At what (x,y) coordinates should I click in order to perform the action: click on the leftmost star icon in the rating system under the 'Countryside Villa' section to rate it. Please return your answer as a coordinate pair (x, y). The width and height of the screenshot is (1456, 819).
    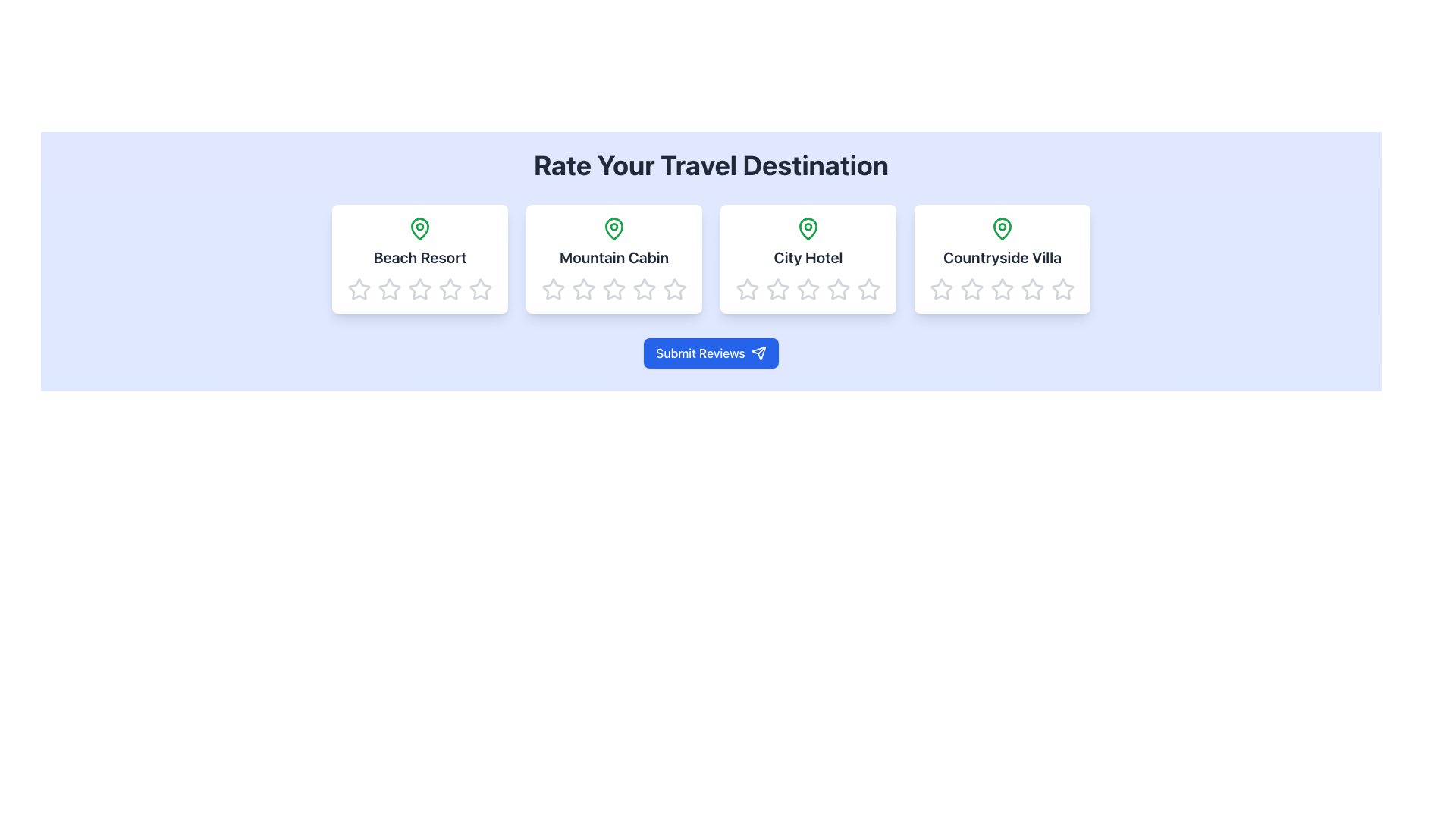
    Looking at the image, I should click on (971, 289).